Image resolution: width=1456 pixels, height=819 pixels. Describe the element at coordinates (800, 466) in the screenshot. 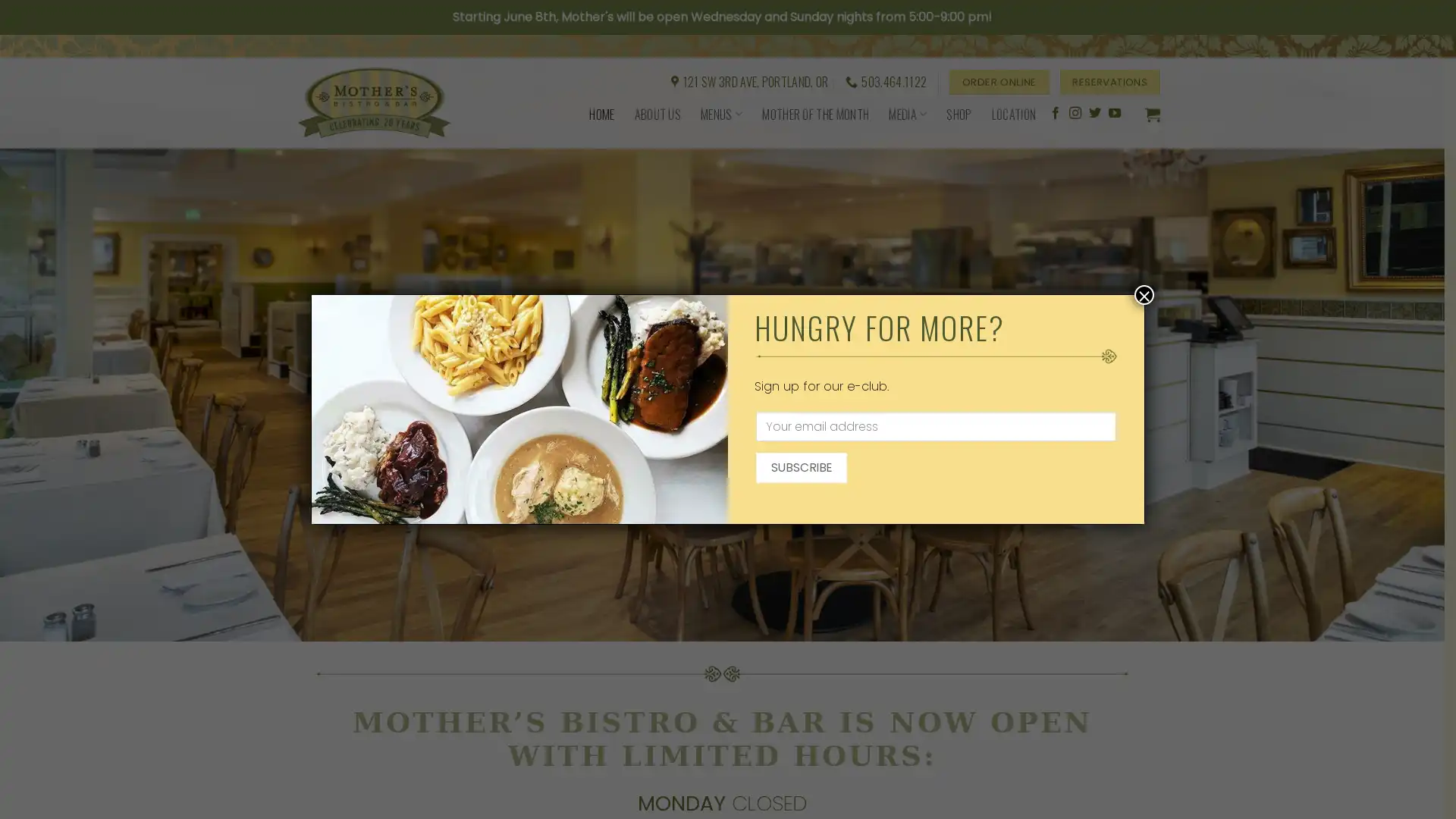

I see `SUBSCRIBE` at that location.